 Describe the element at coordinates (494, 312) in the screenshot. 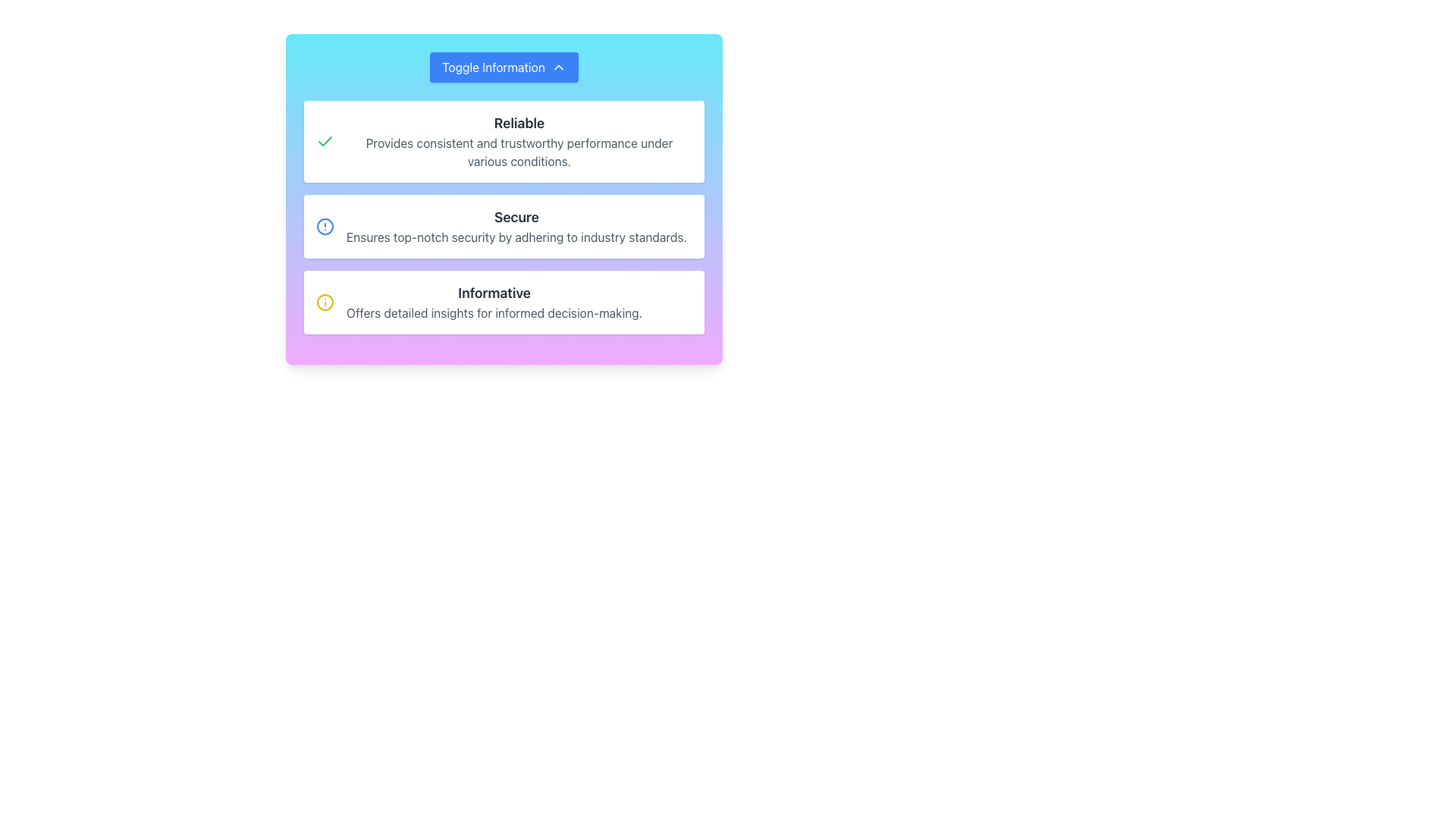

I see `the gray-colored text component that reads 'Offers detailed insights for informed decision-making.' located below the bolded title 'Informative'` at that location.